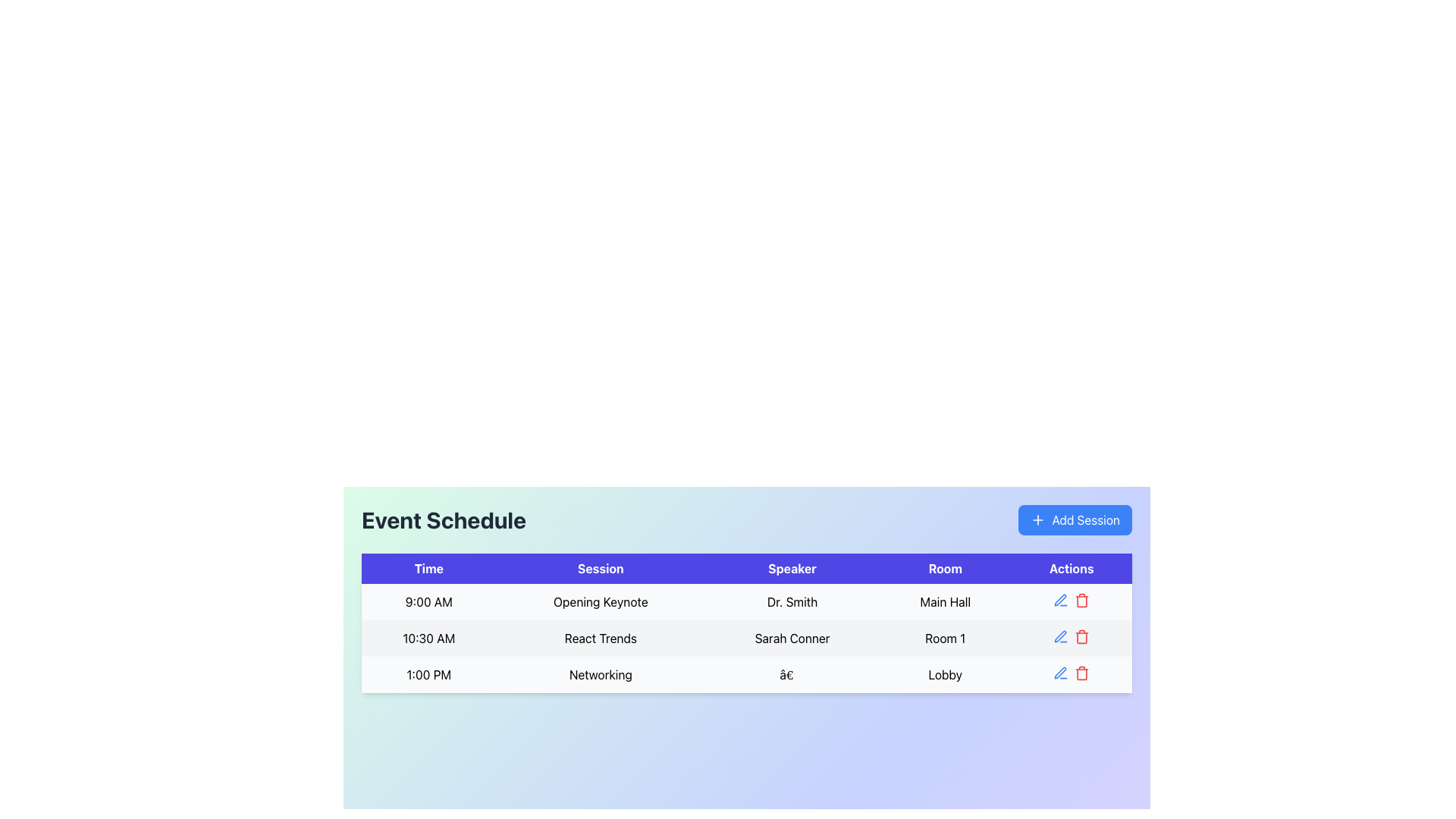 The height and width of the screenshot is (819, 1456). What do you see at coordinates (944, 601) in the screenshot?
I see `the Text Label indicating the room for the scheduled event` at bounding box center [944, 601].